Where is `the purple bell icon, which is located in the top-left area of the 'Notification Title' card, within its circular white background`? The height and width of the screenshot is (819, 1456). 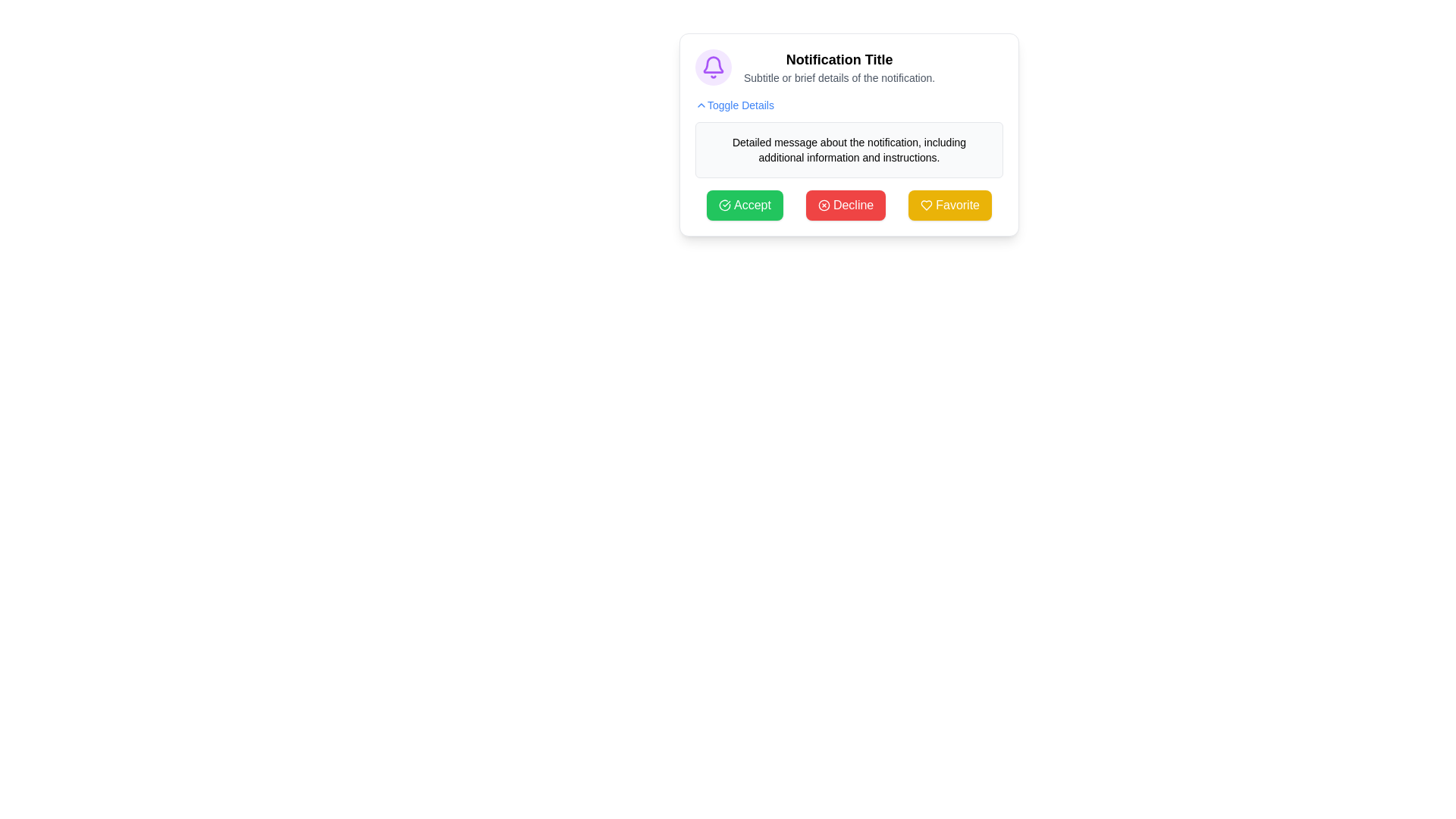 the purple bell icon, which is located in the top-left area of the 'Notification Title' card, within its circular white background is located at coordinates (712, 66).